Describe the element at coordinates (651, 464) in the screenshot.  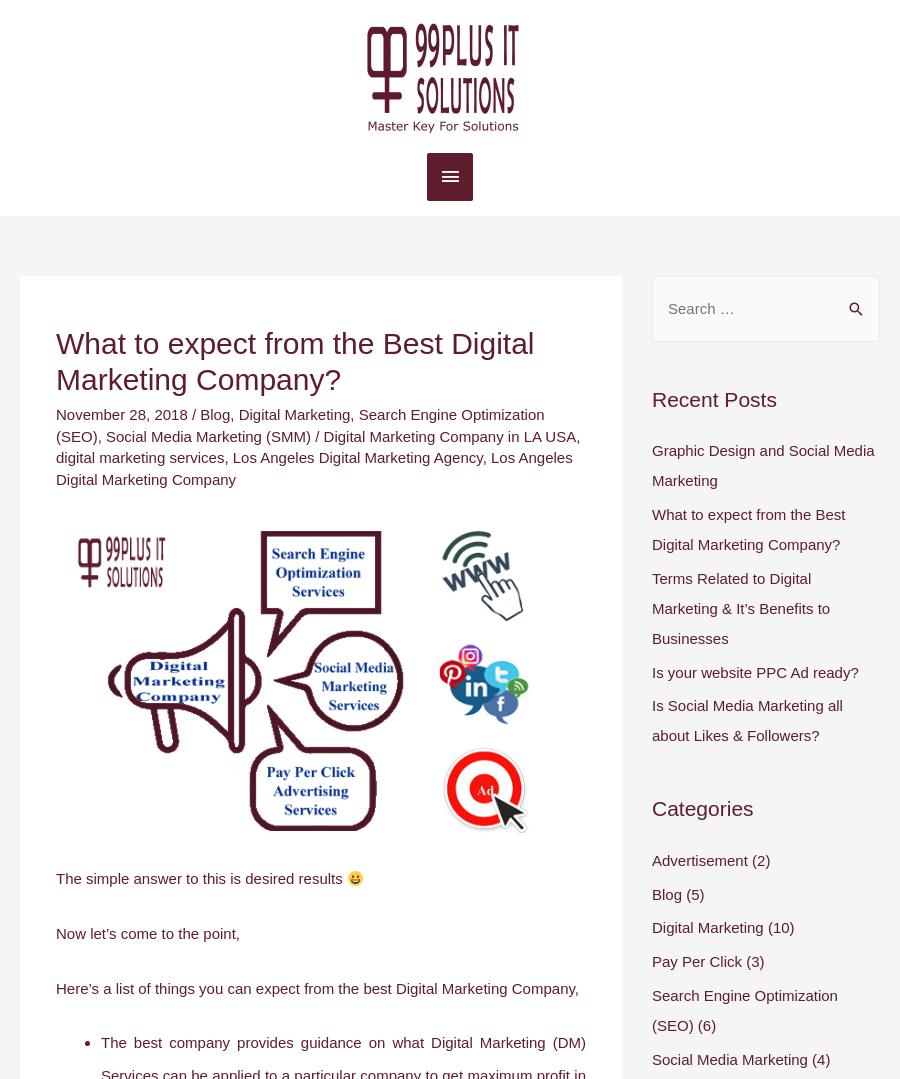
I see `'Graphic Design and Social Media Marketing'` at that location.